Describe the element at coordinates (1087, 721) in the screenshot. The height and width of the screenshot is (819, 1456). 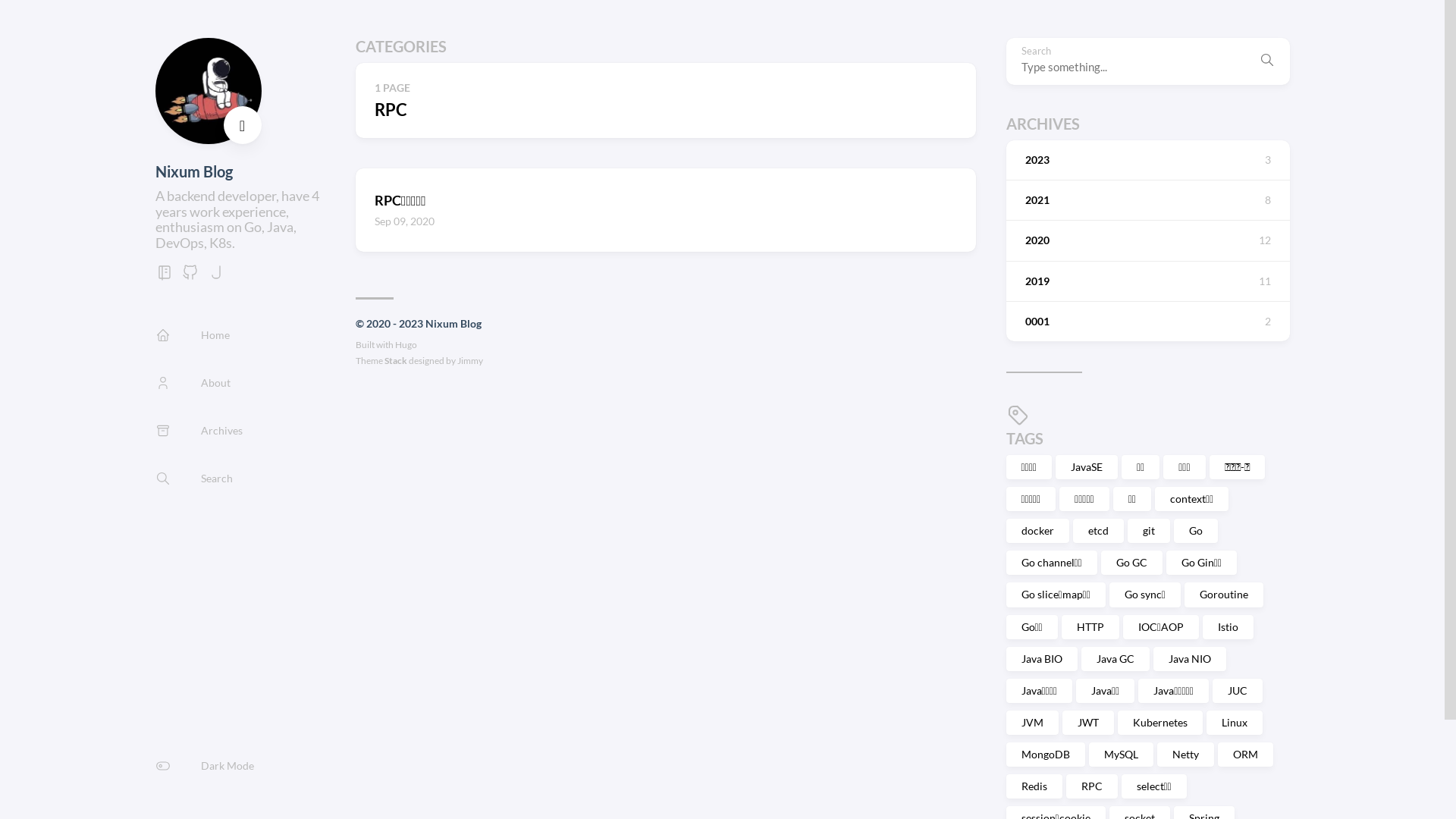
I see `'JWT'` at that location.